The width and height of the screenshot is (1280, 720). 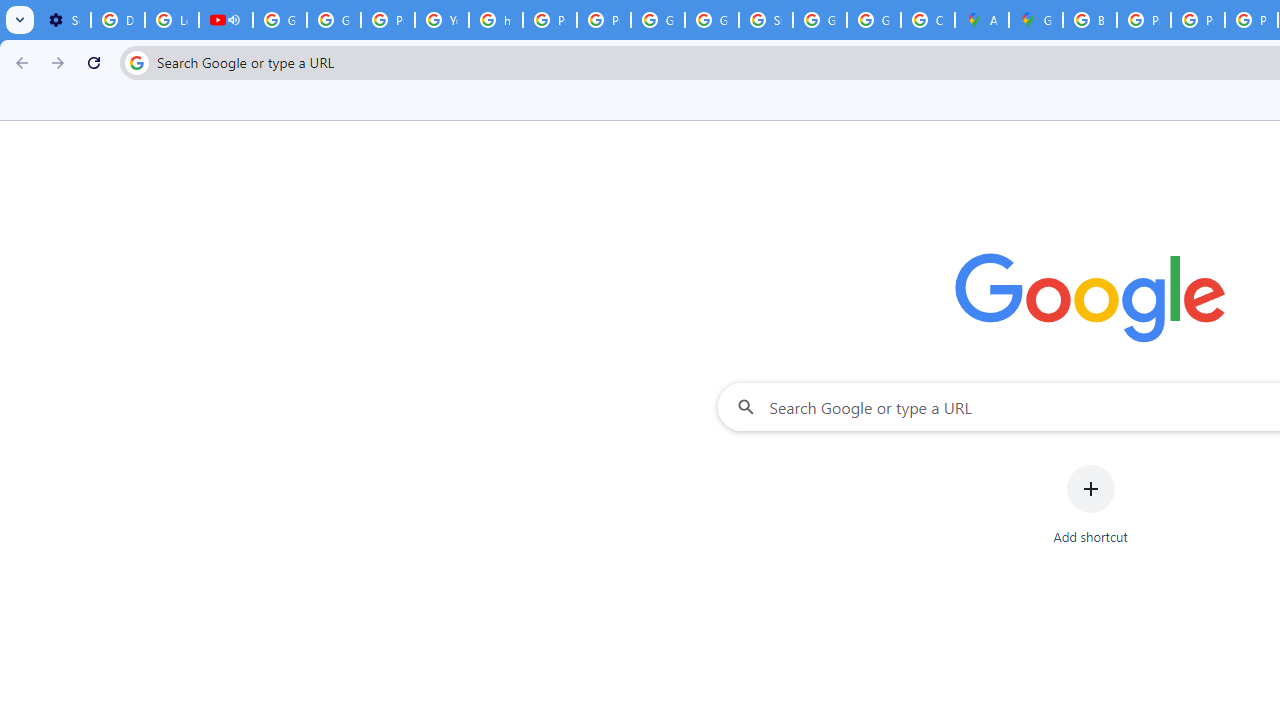 What do you see at coordinates (496, 20) in the screenshot?
I see `'https://scholar.google.com/'` at bounding box center [496, 20].